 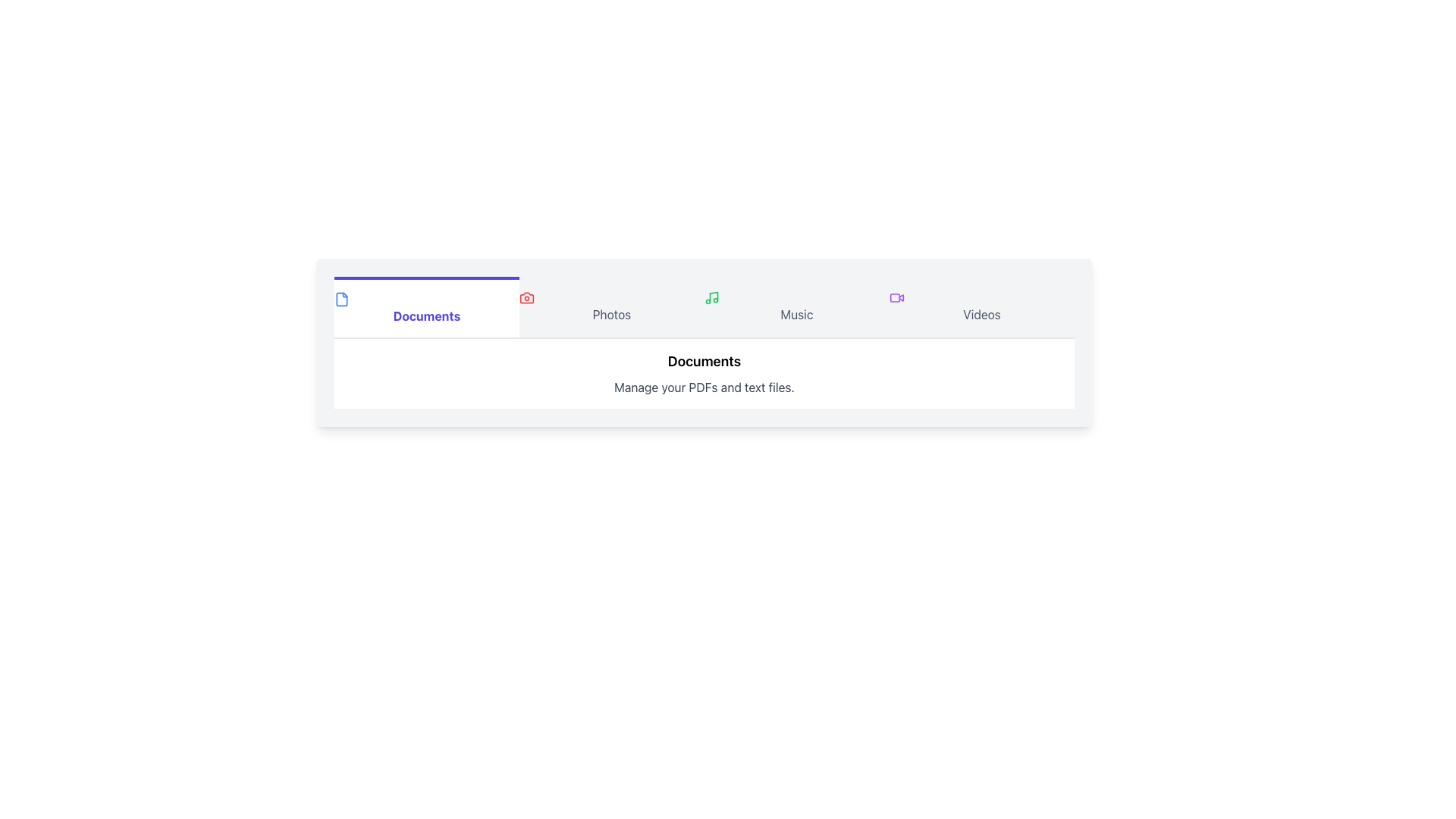 What do you see at coordinates (611, 314) in the screenshot?
I see `the 'Photos' text label in the navigation bar` at bounding box center [611, 314].